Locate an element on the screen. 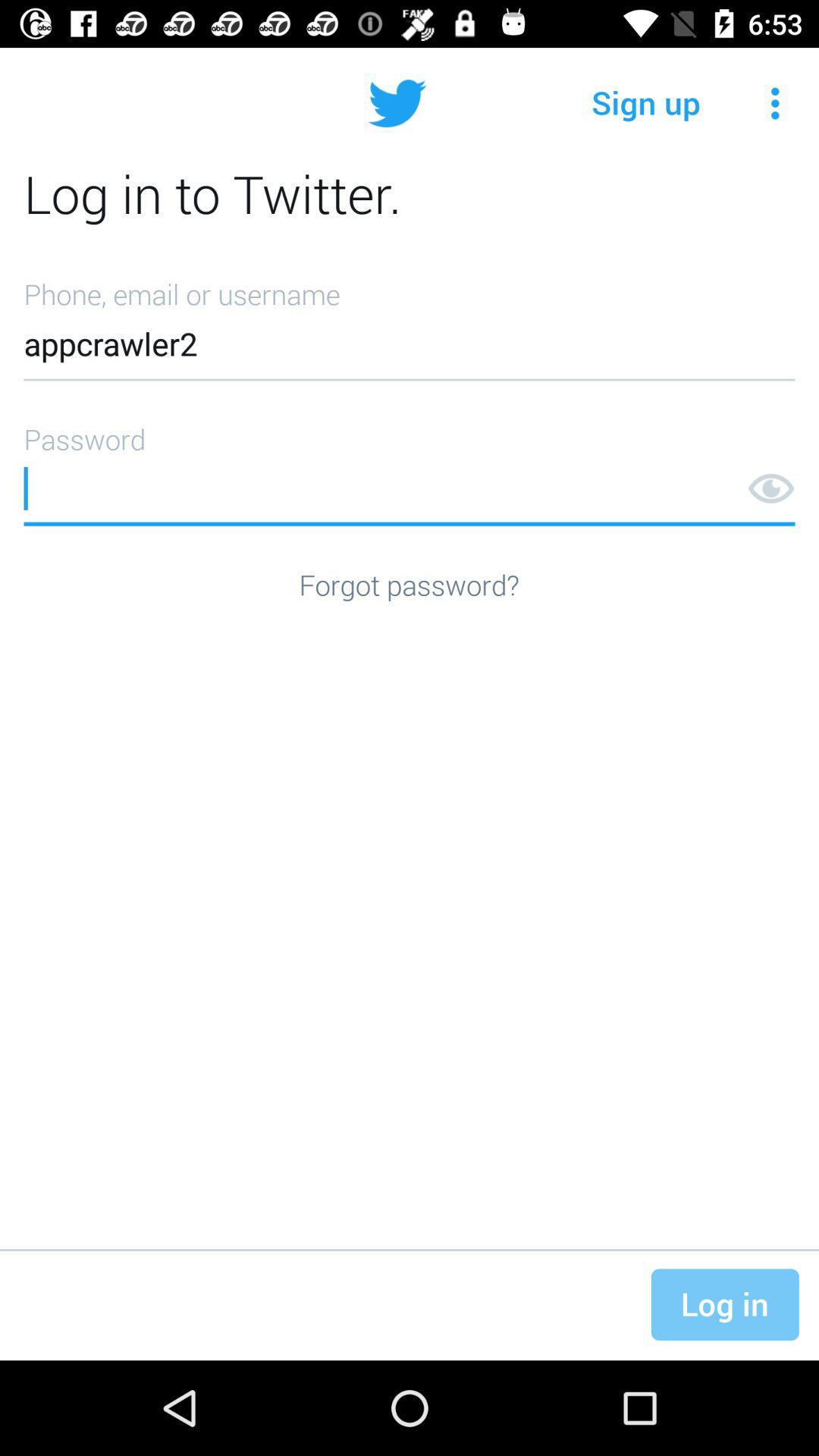  the icon next to sign up item is located at coordinates (775, 102).